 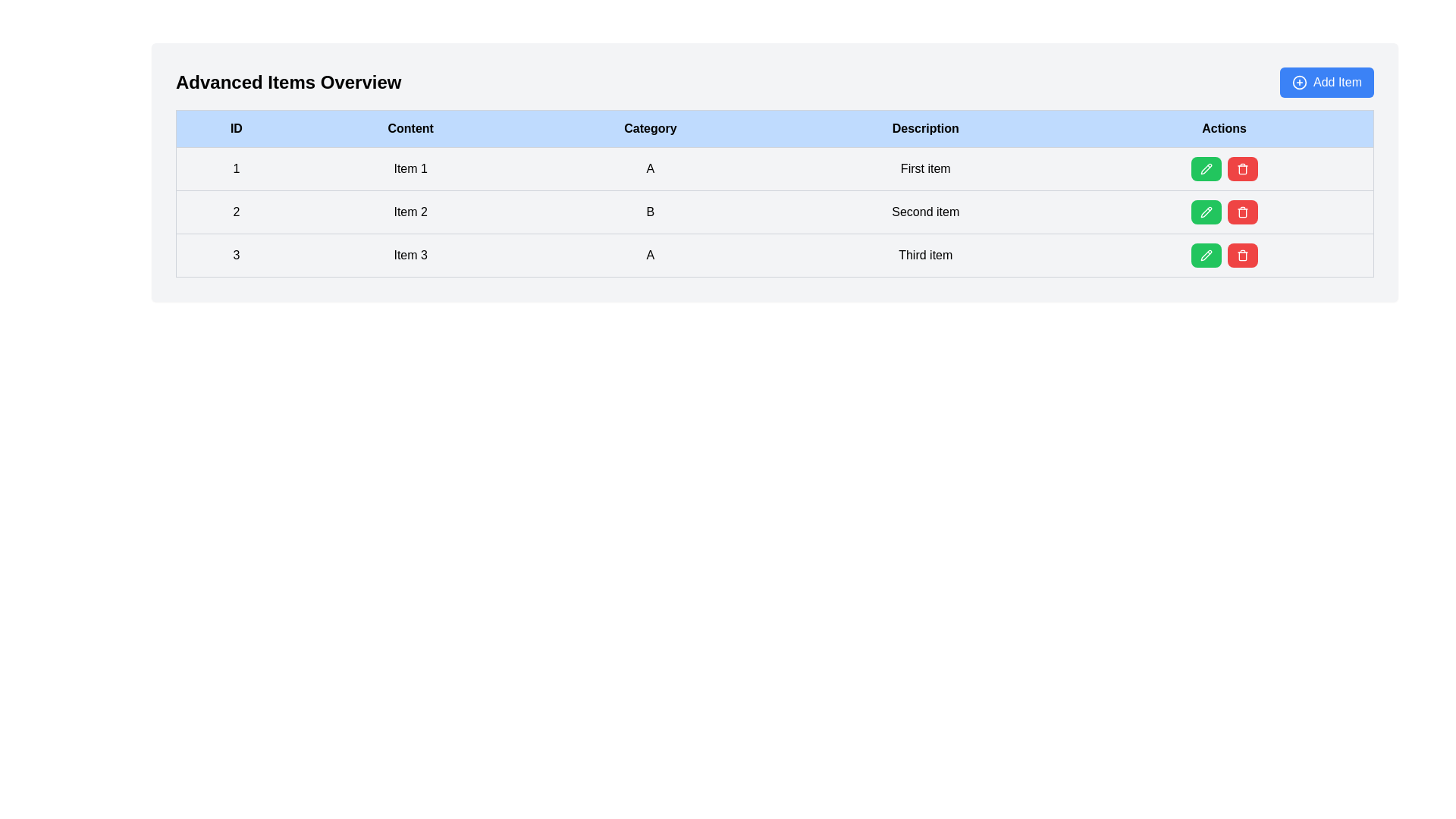 What do you see at coordinates (1205, 169) in the screenshot?
I see `the green edit button represented by a pencil icon in the Actions column of the second row (Item 2) of the table` at bounding box center [1205, 169].